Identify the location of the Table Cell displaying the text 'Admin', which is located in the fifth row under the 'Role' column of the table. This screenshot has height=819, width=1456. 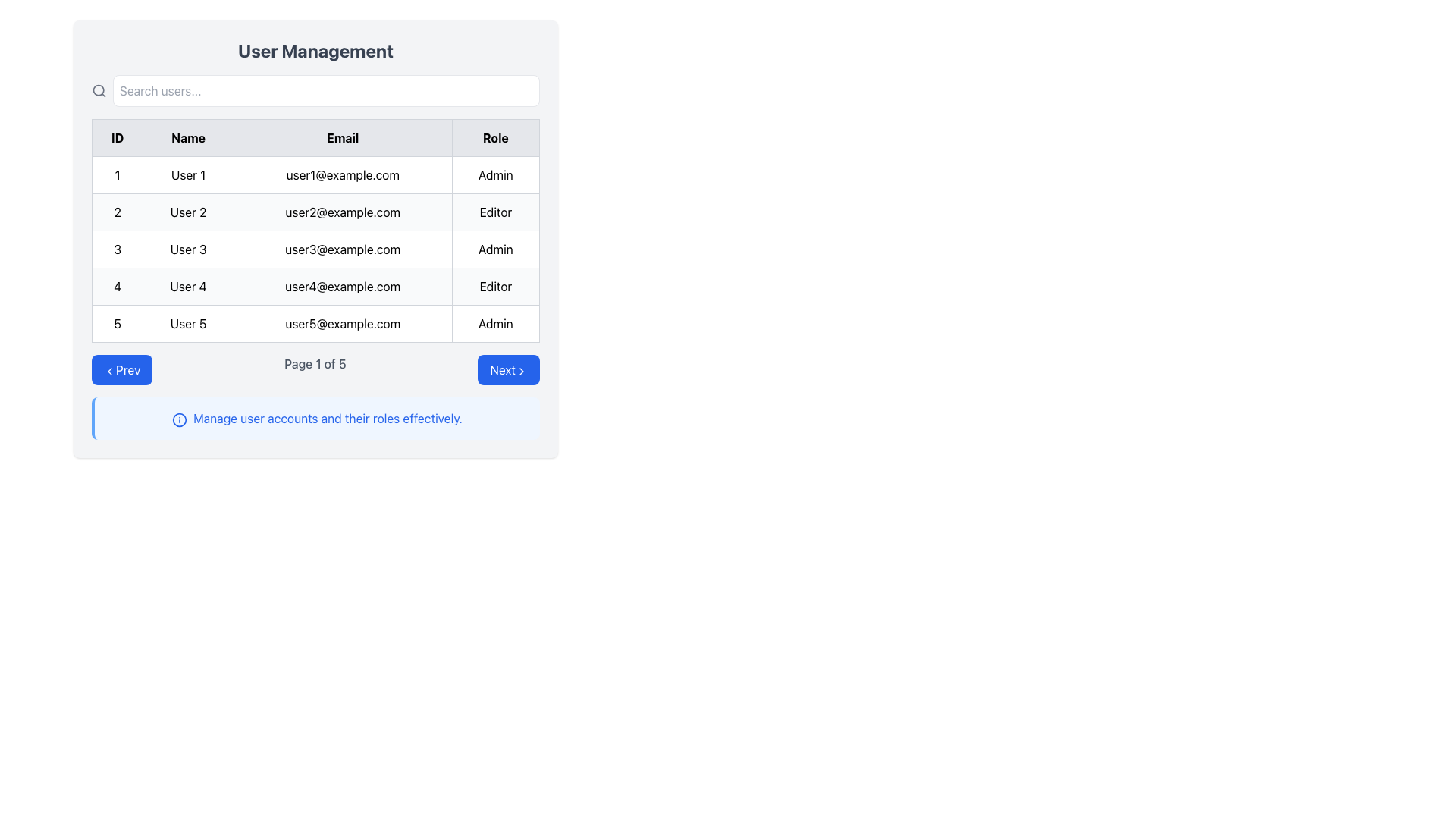
(495, 323).